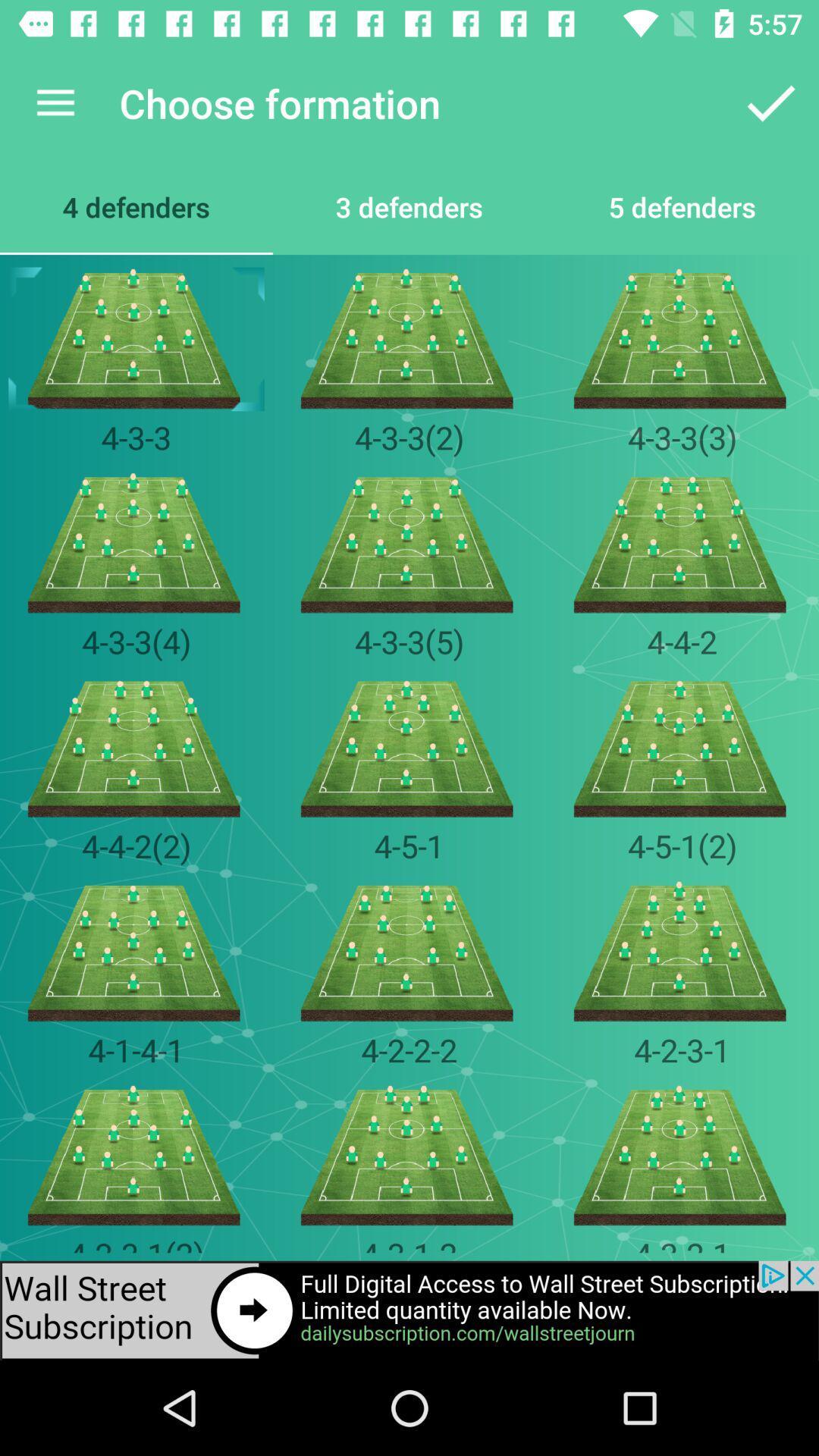 Image resolution: width=819 pixels, height=1456 pixels. I want to click on advertisement page, so click(409, 1310).